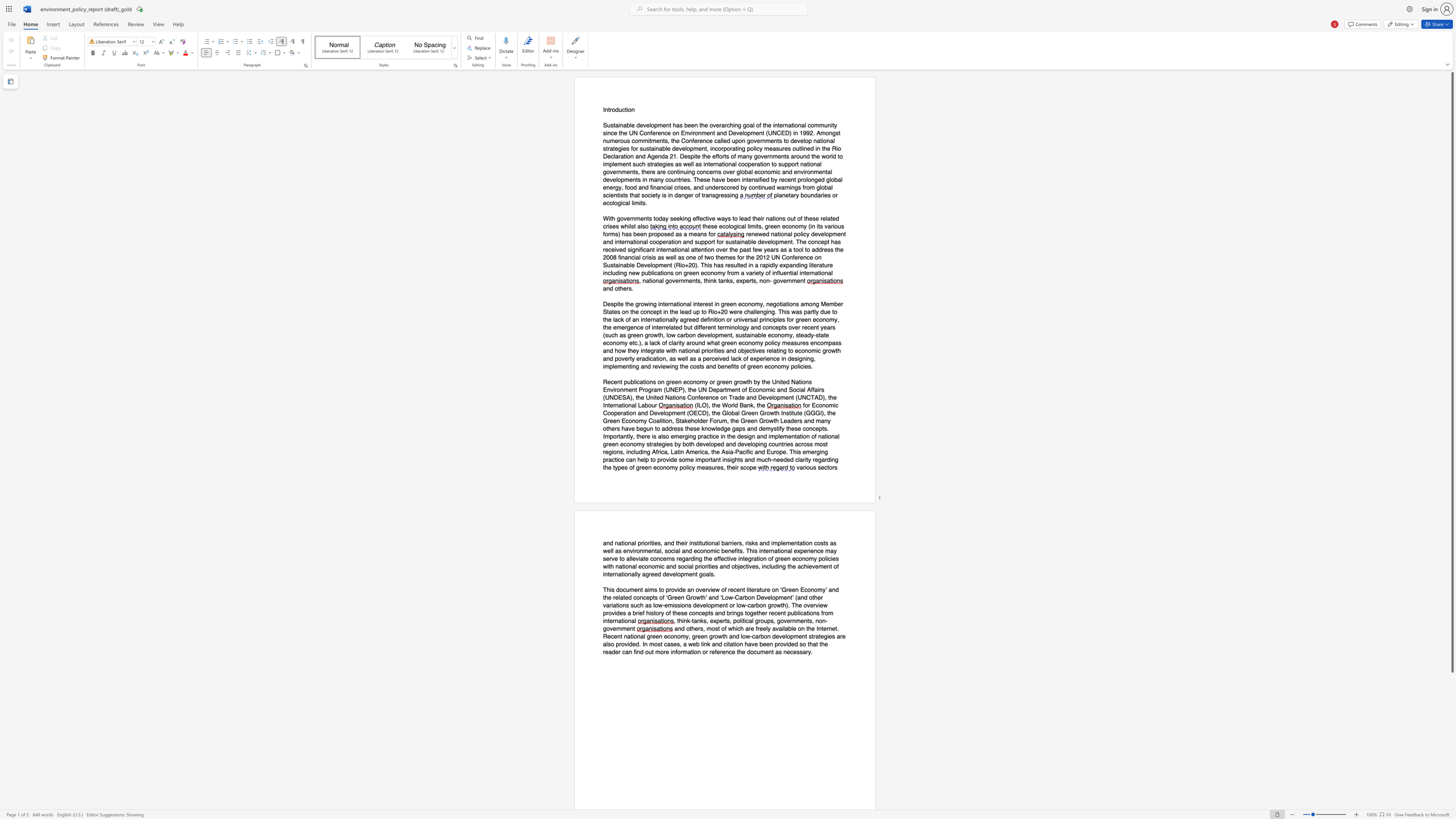 Image resolution: width=1456 pixels, height=819 pixels. I want to click on the scrollbar to scroll downward, so click(1451, 723).